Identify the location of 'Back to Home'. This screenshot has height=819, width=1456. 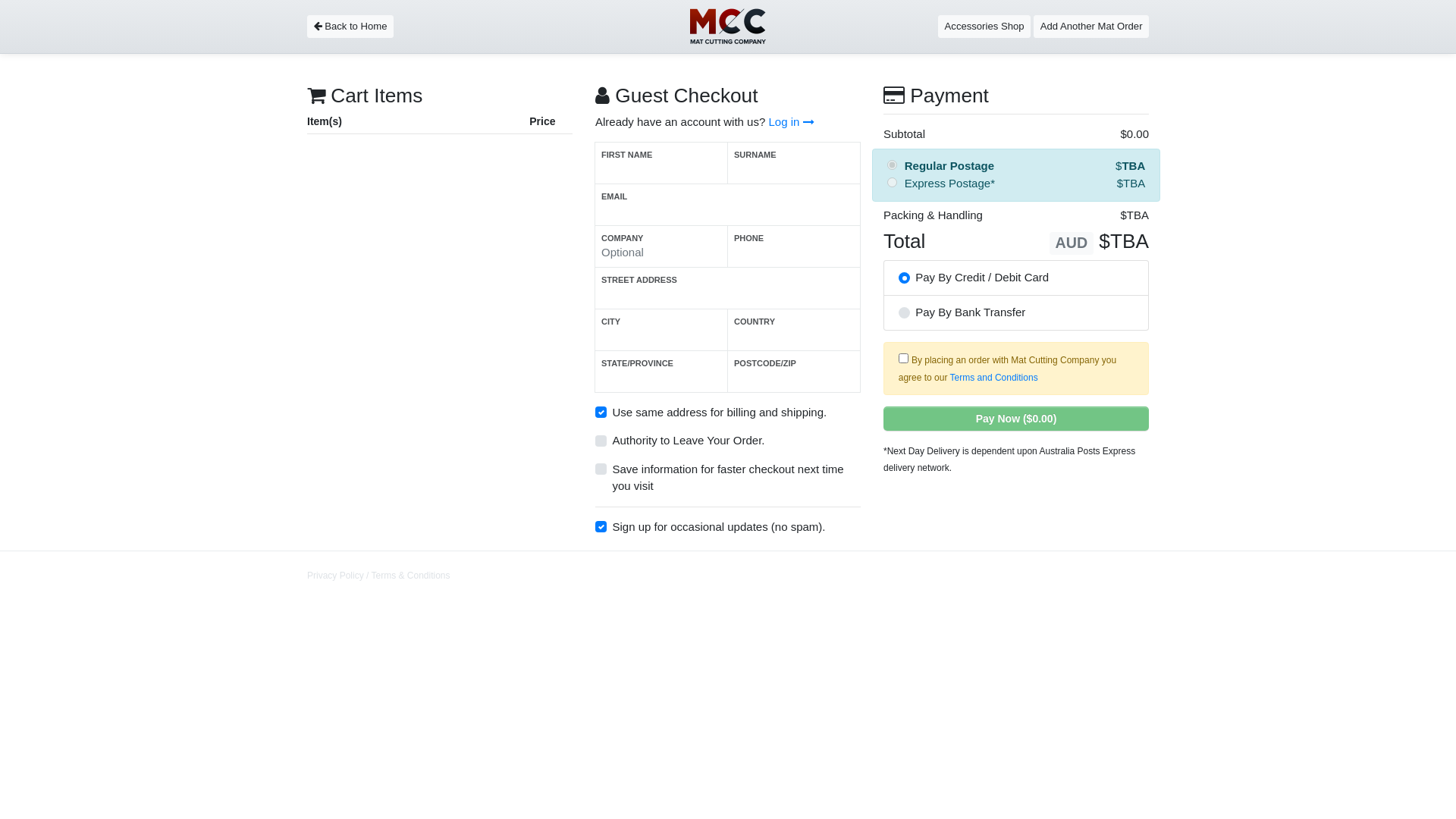
(349, 26).